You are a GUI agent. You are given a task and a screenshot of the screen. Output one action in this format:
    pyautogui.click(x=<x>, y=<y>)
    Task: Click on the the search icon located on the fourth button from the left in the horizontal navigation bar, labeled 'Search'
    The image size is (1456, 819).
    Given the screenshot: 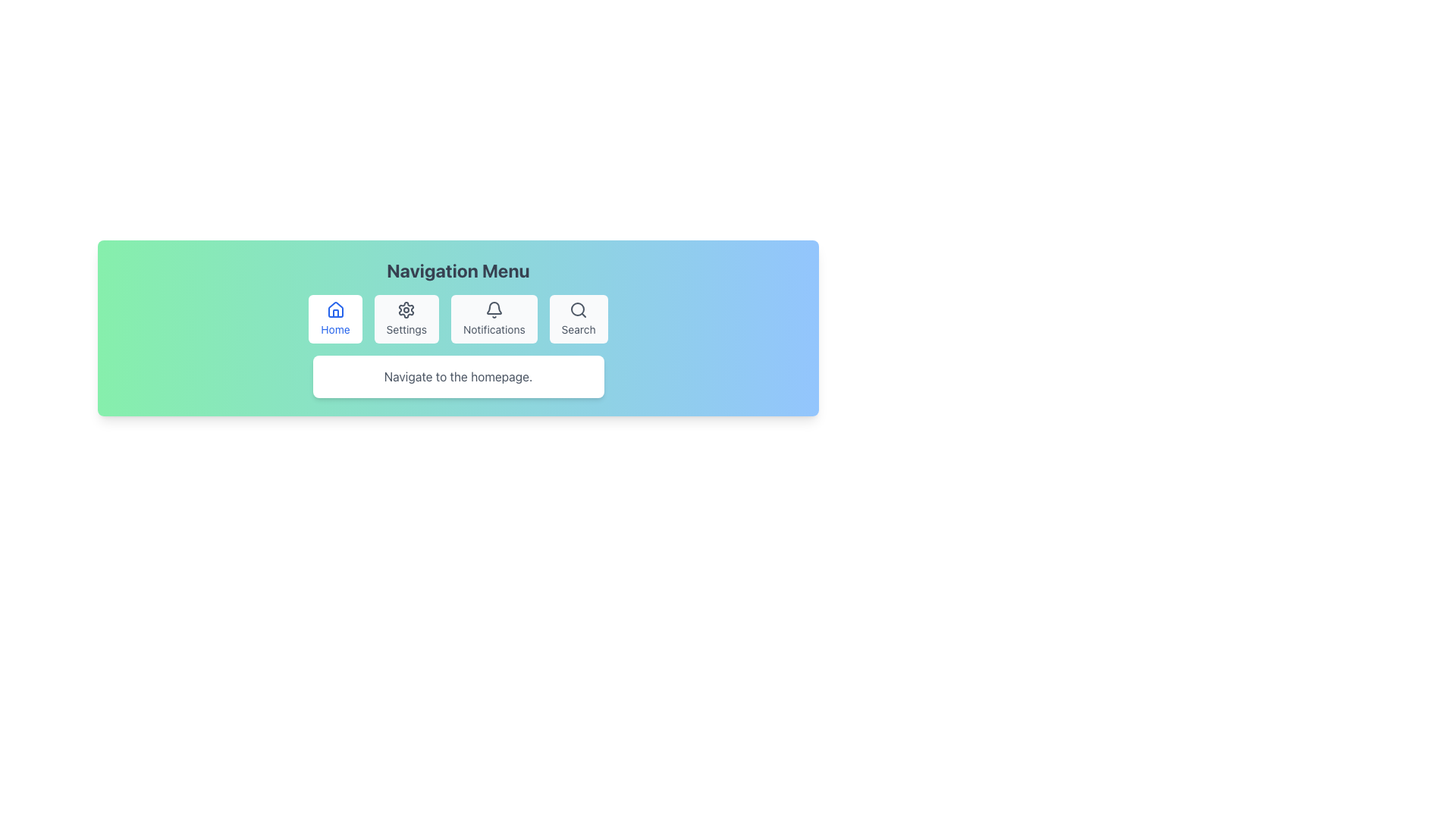 What is the action you would take?
    pyautogui.click(x=578, y=309)
    